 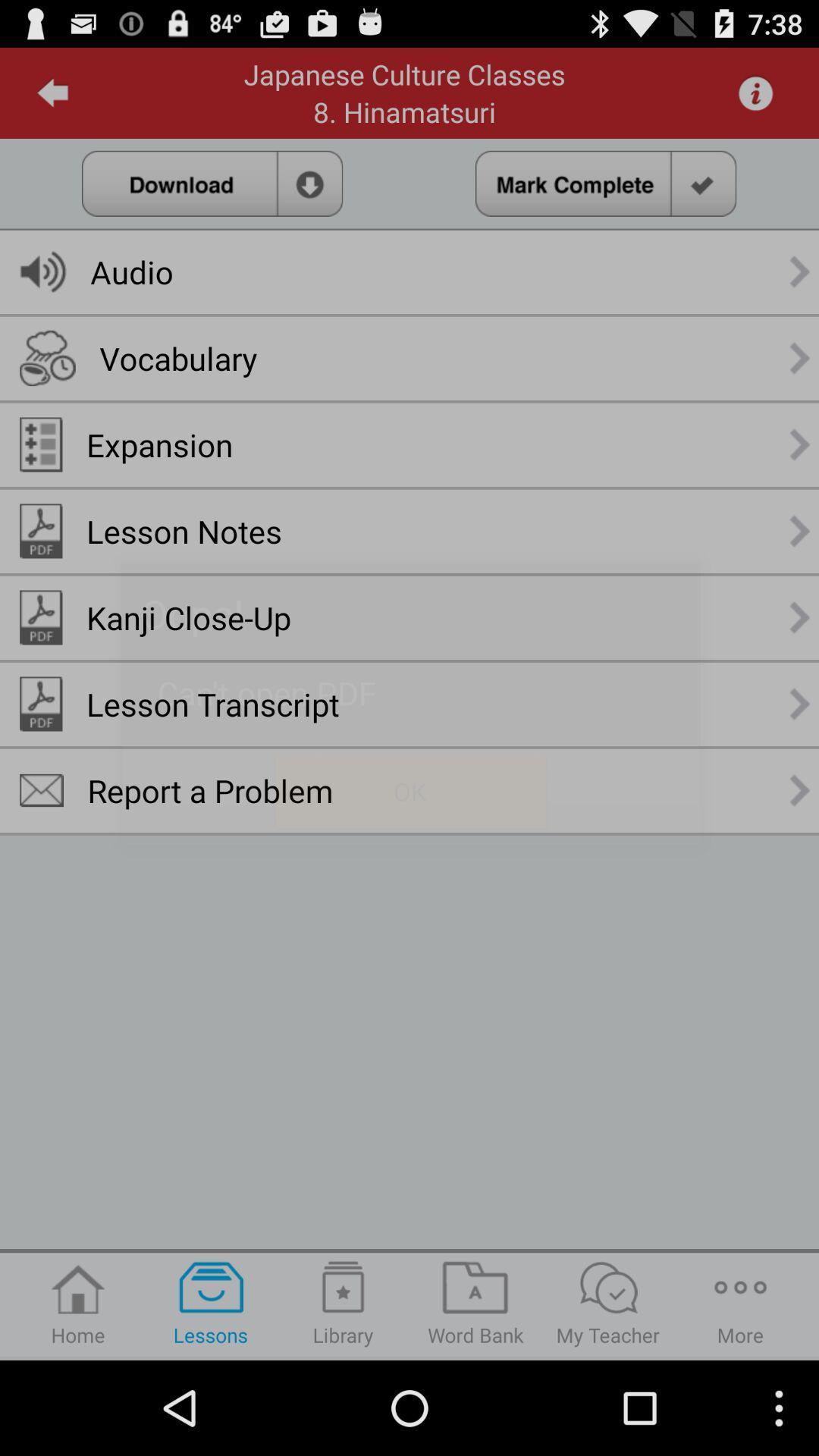 I want to click on the lesson notes icon, so click(x=184, y=531).